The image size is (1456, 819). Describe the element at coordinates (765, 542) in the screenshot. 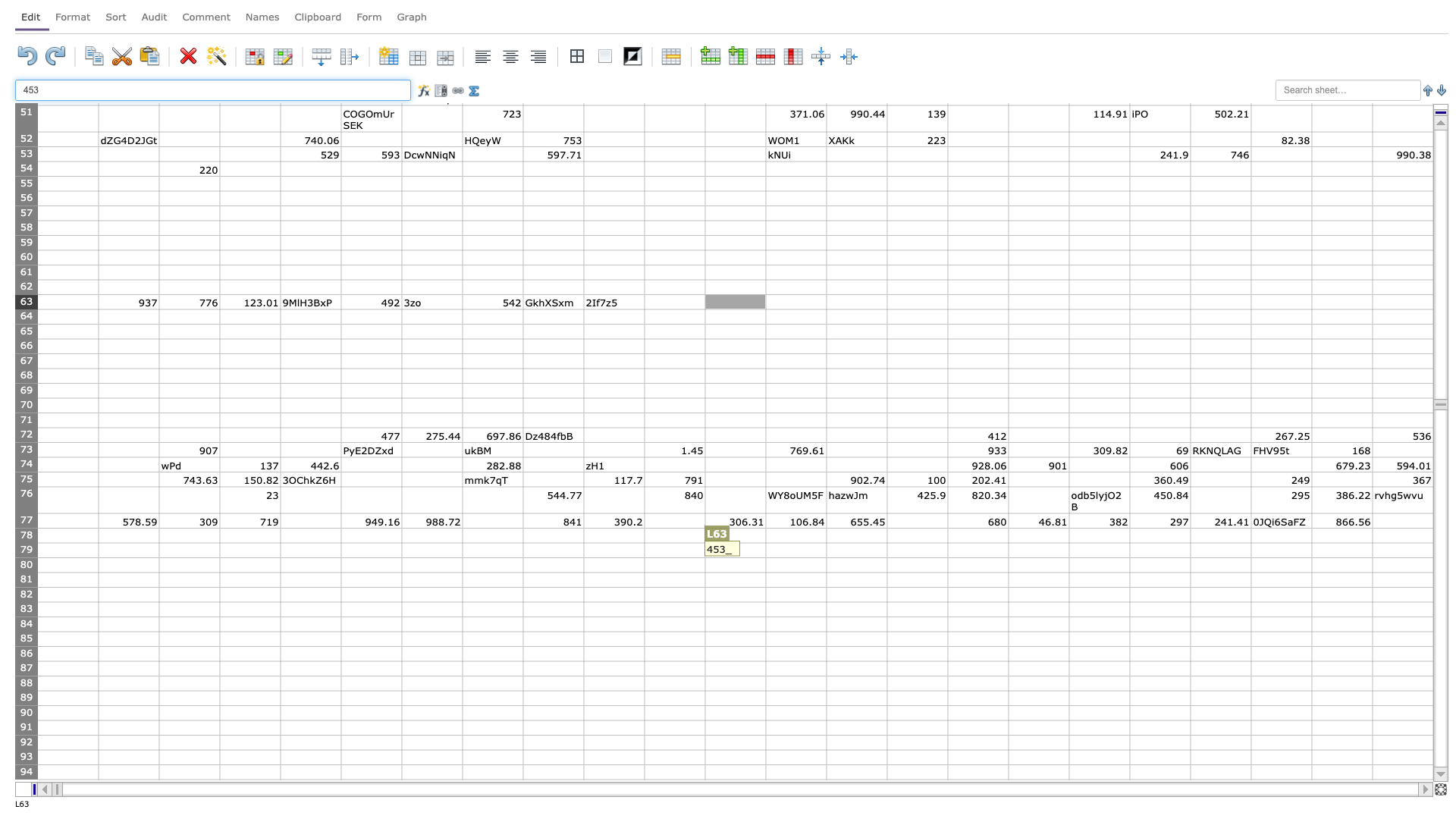

I see `top left corner of cell M79` at that location.